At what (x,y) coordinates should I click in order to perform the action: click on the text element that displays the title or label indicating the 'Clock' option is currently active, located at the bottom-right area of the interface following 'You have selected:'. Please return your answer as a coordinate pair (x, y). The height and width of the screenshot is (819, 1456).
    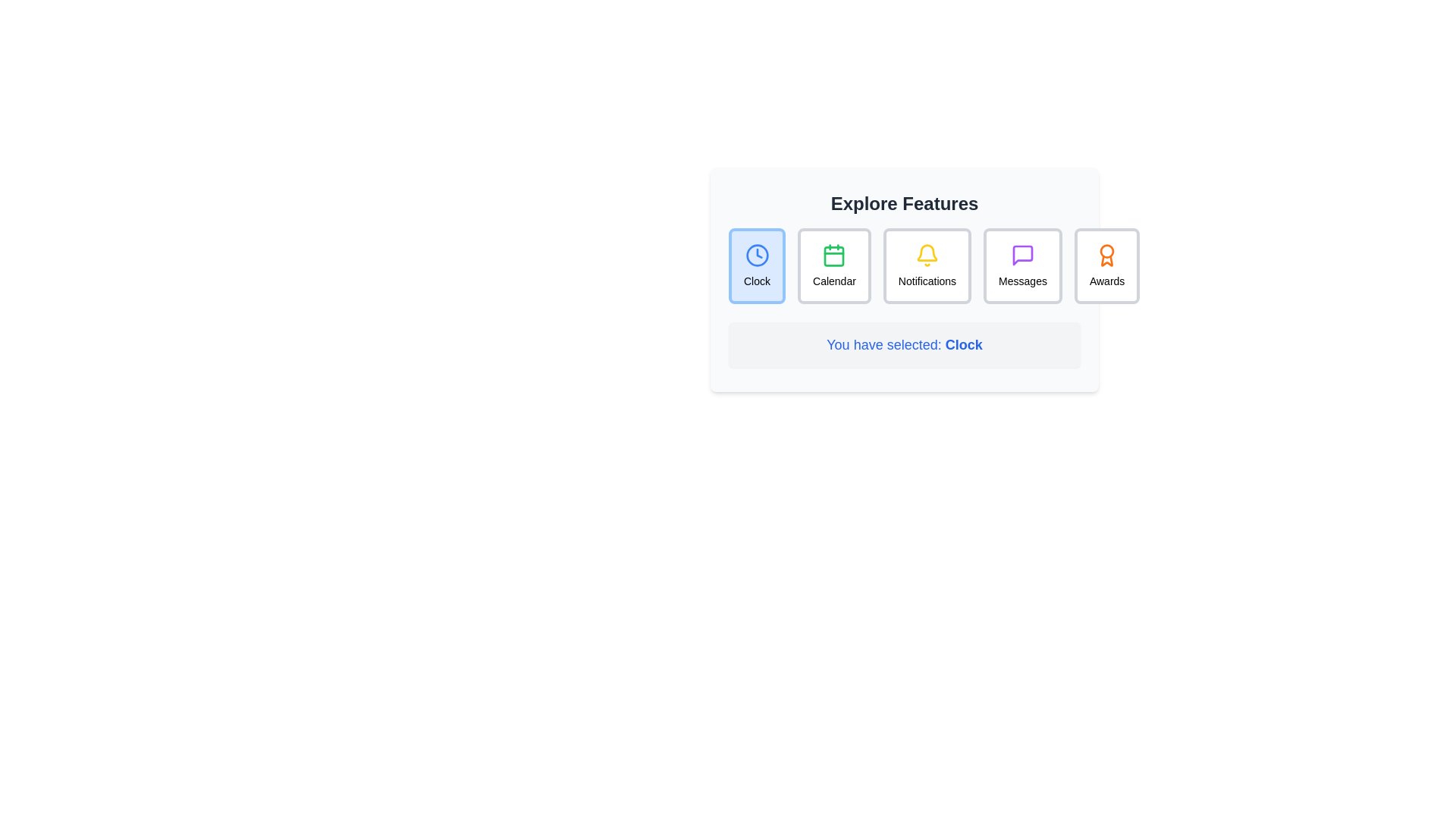
    Looking at the image, I should click on (963, 345).